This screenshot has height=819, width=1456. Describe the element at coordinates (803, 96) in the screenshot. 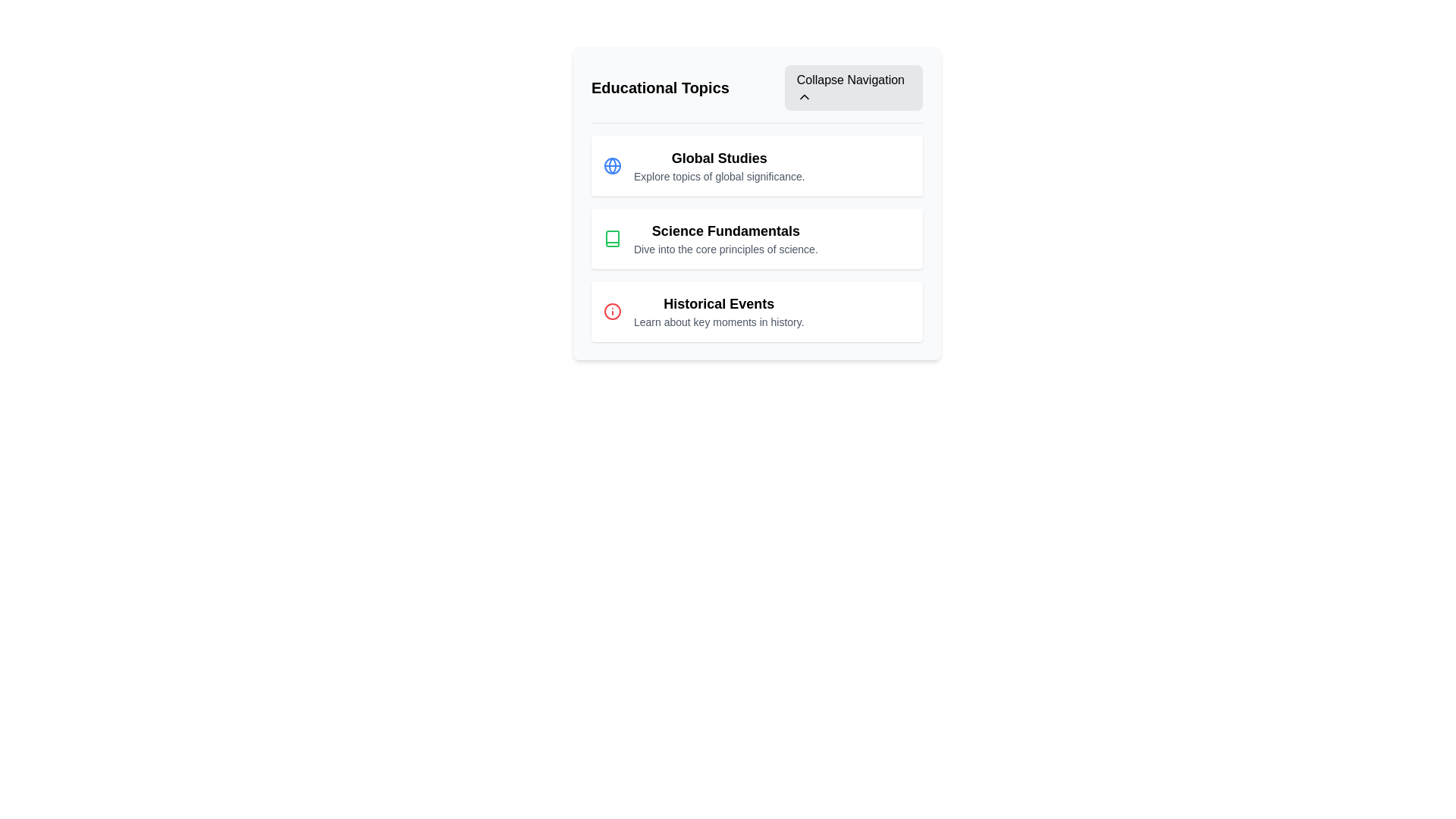

I see `the chevron-up icon within the 'Collapse Navigation' button located at the top right corner of the 'Educational Topics' card header` at that location.